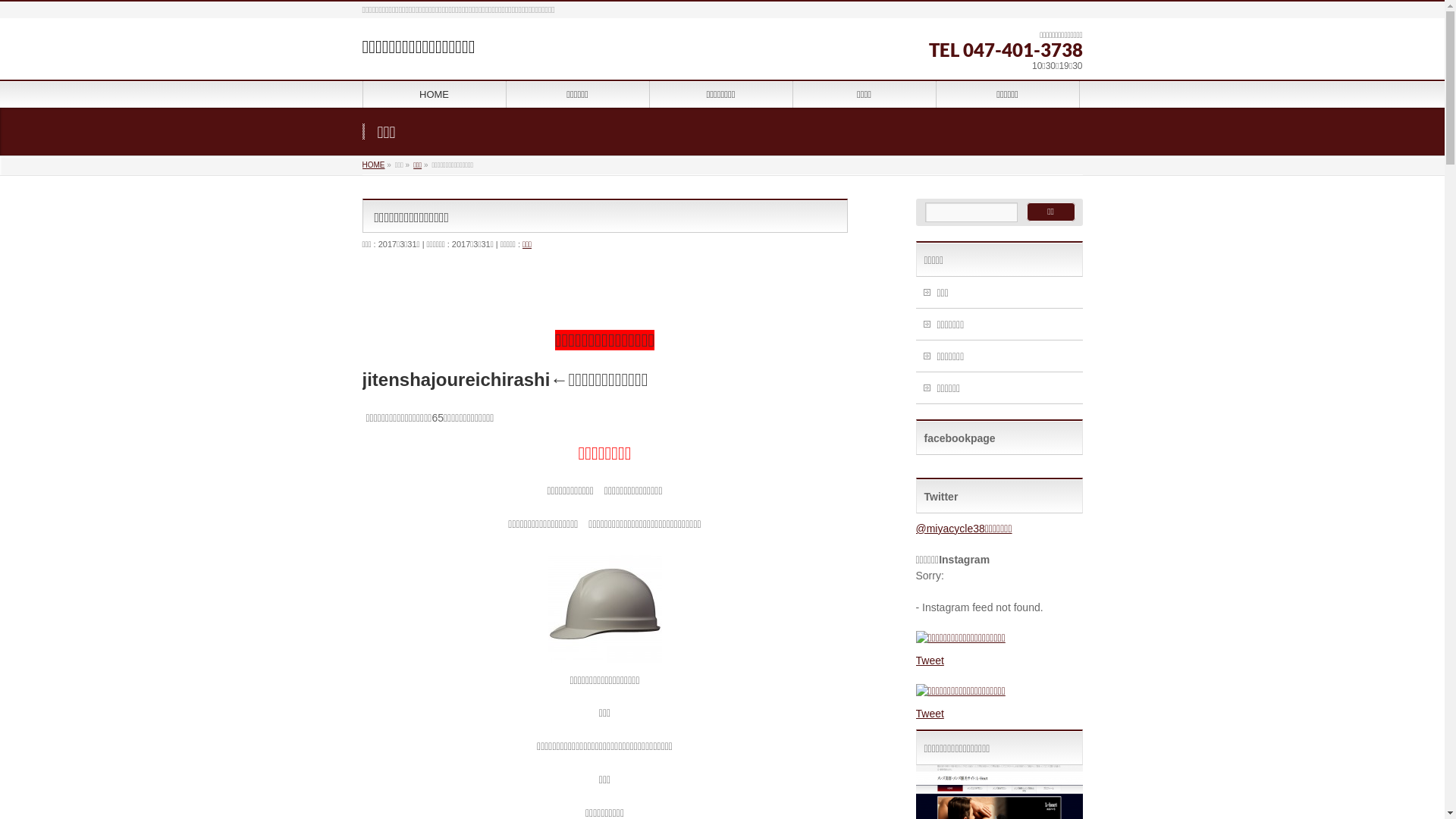 The width and height of the screenshot is (1456, 819). What do you see at coordinates (929, 660) in the screenshot?
I see `'Tweet'` at bounding box center [929, 660].